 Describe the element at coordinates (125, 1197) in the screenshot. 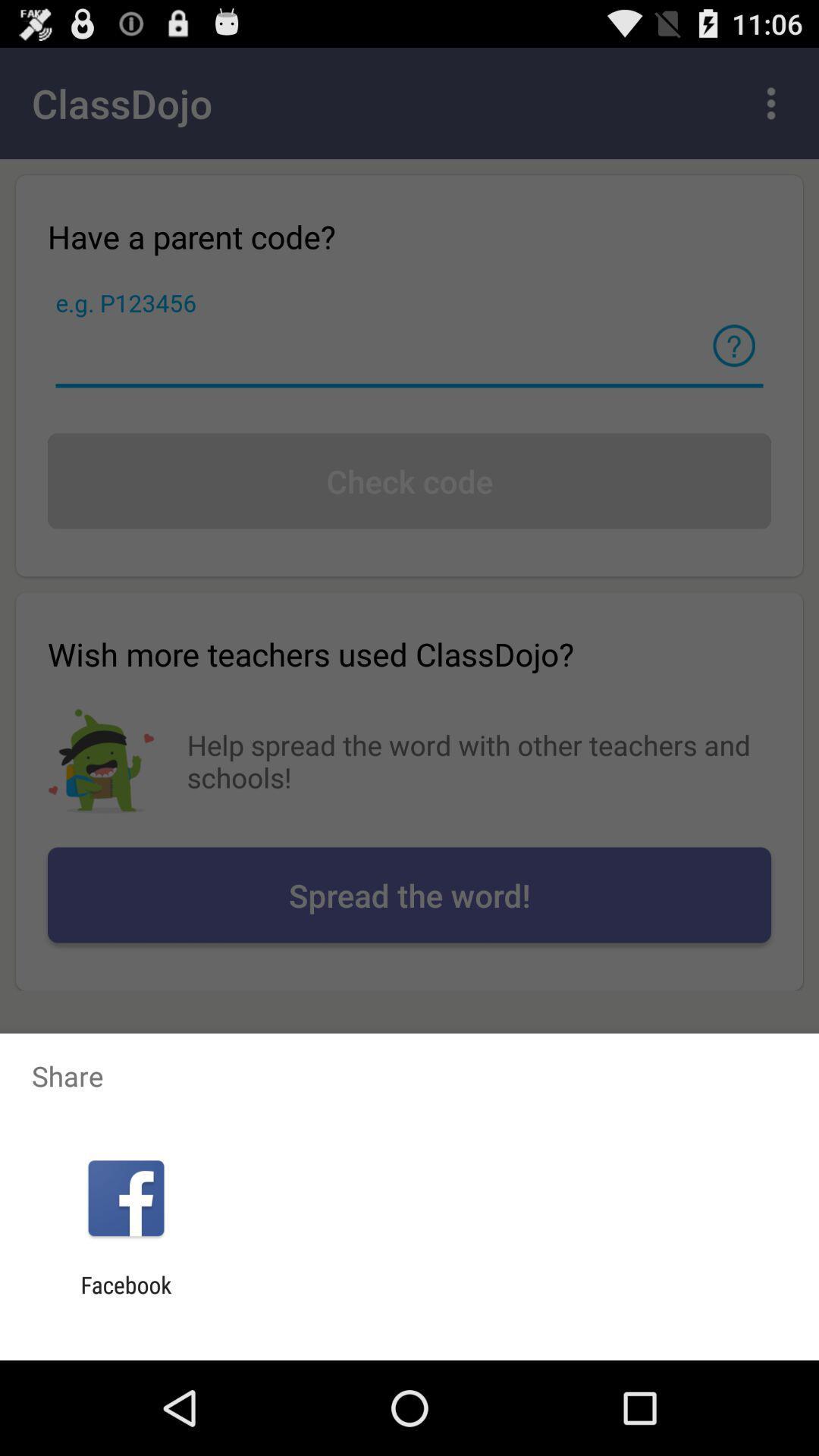

I see `the app below share item` at that location.